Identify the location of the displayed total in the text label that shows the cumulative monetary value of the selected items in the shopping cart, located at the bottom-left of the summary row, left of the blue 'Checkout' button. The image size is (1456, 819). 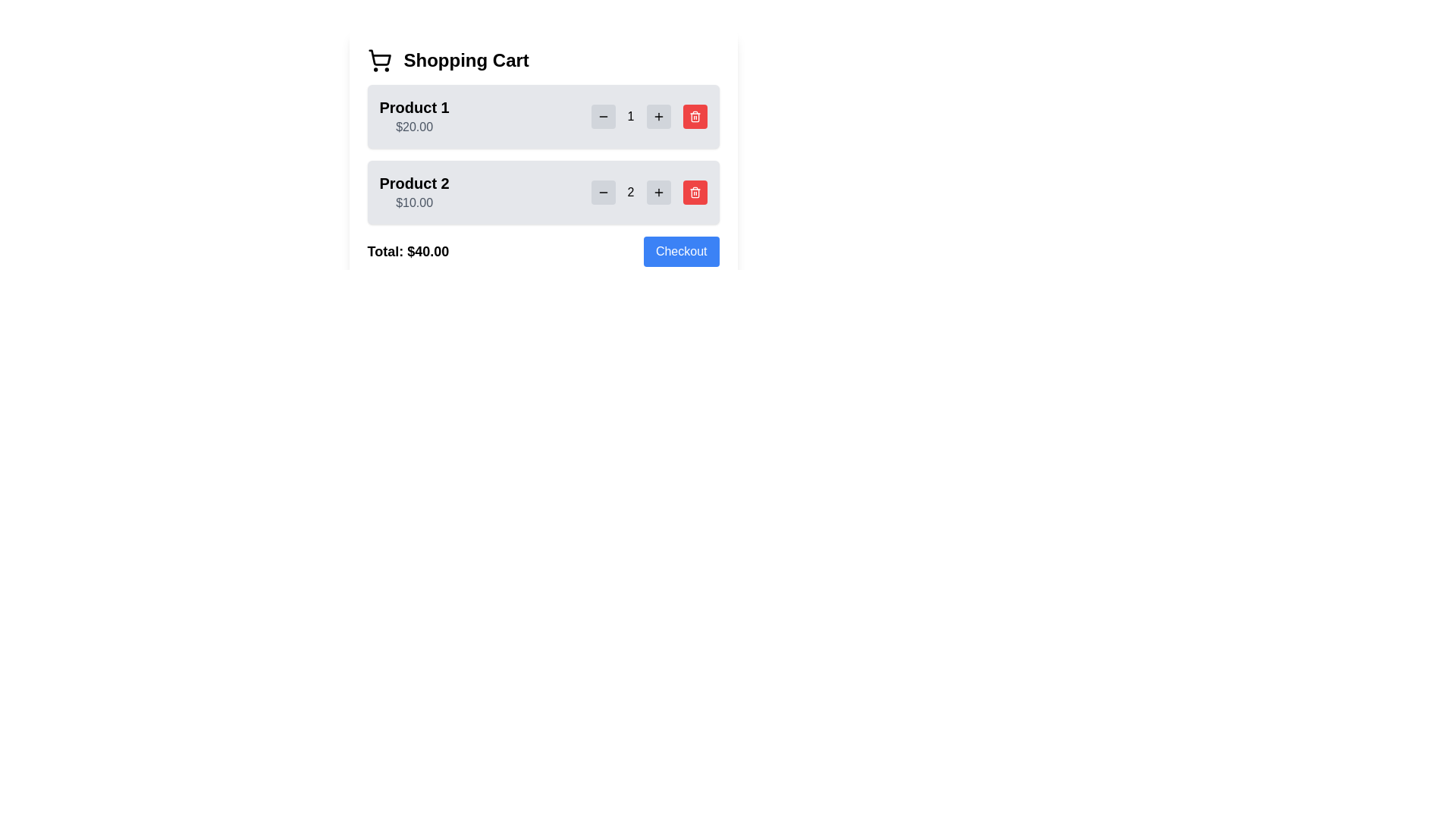
(408, 250).